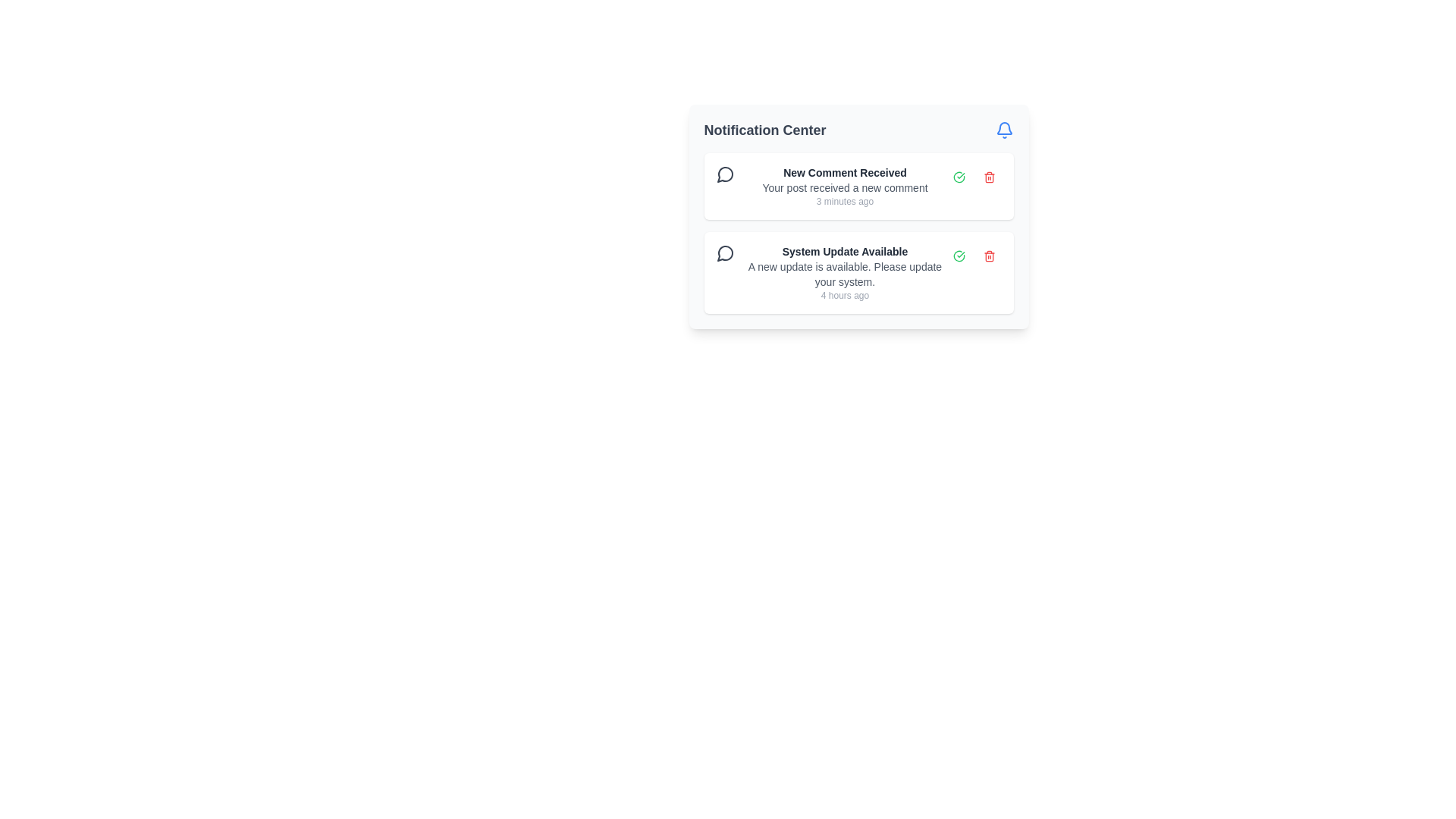 This screenshot has height=819, width=1456. What do you see at coordinates (858, 234) in the screenshot?
I see `the second notification box in the 'Notification Center' section` at bounding box center [858, 234].